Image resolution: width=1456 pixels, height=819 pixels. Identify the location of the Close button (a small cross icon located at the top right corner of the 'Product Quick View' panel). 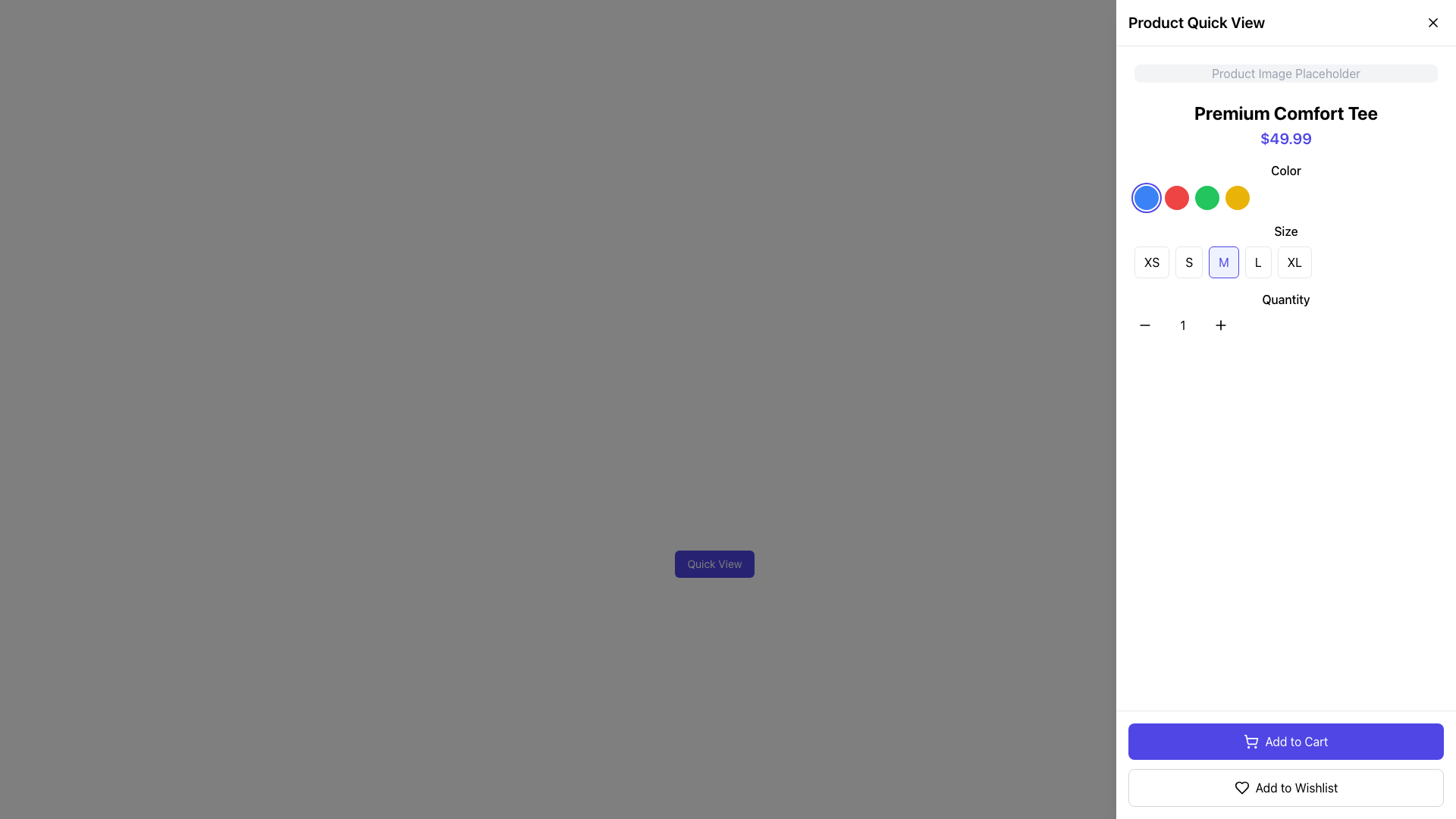
(1432, 23).